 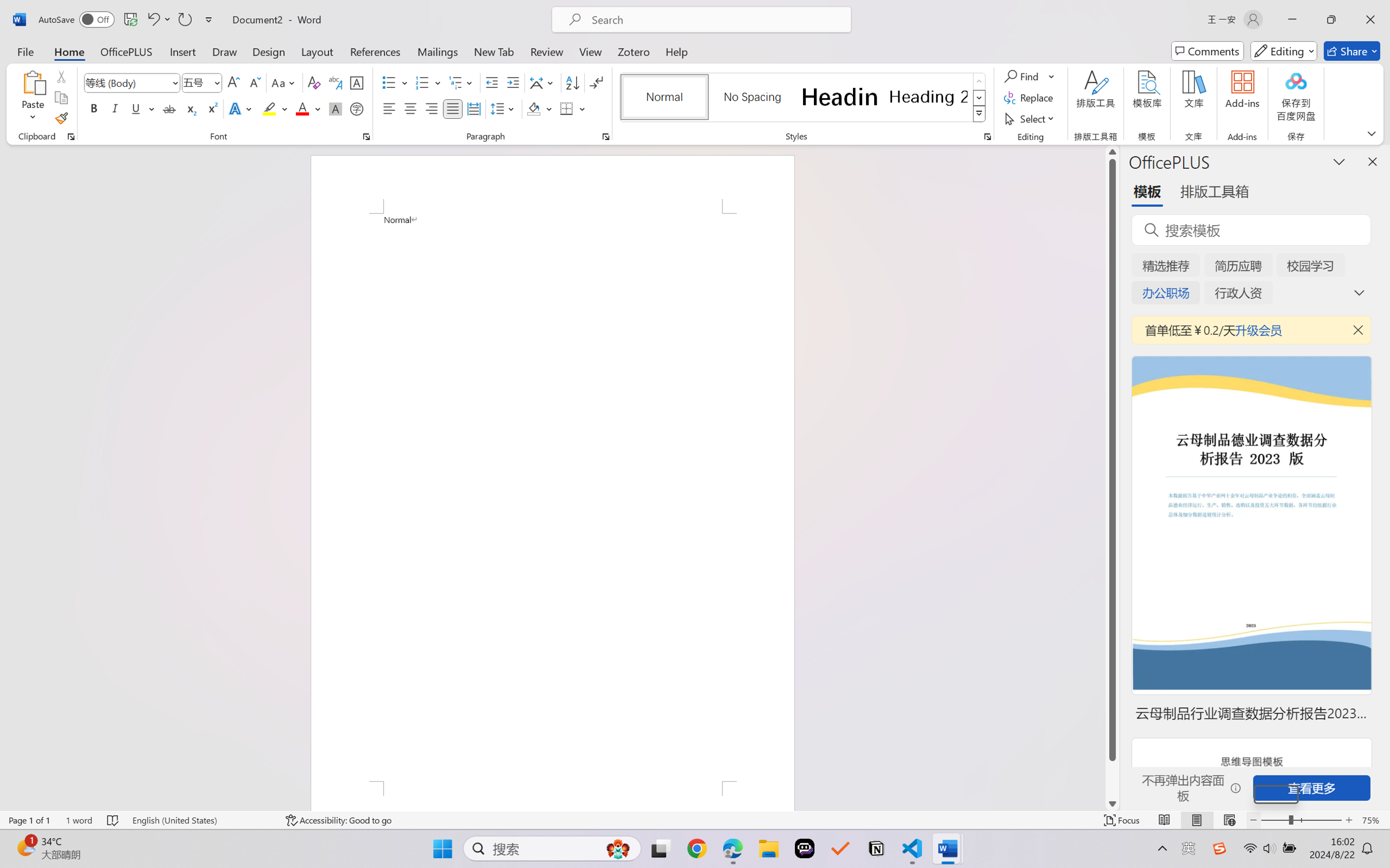 I want to click on 'Zoom Out', so click(x=1276, y=794).